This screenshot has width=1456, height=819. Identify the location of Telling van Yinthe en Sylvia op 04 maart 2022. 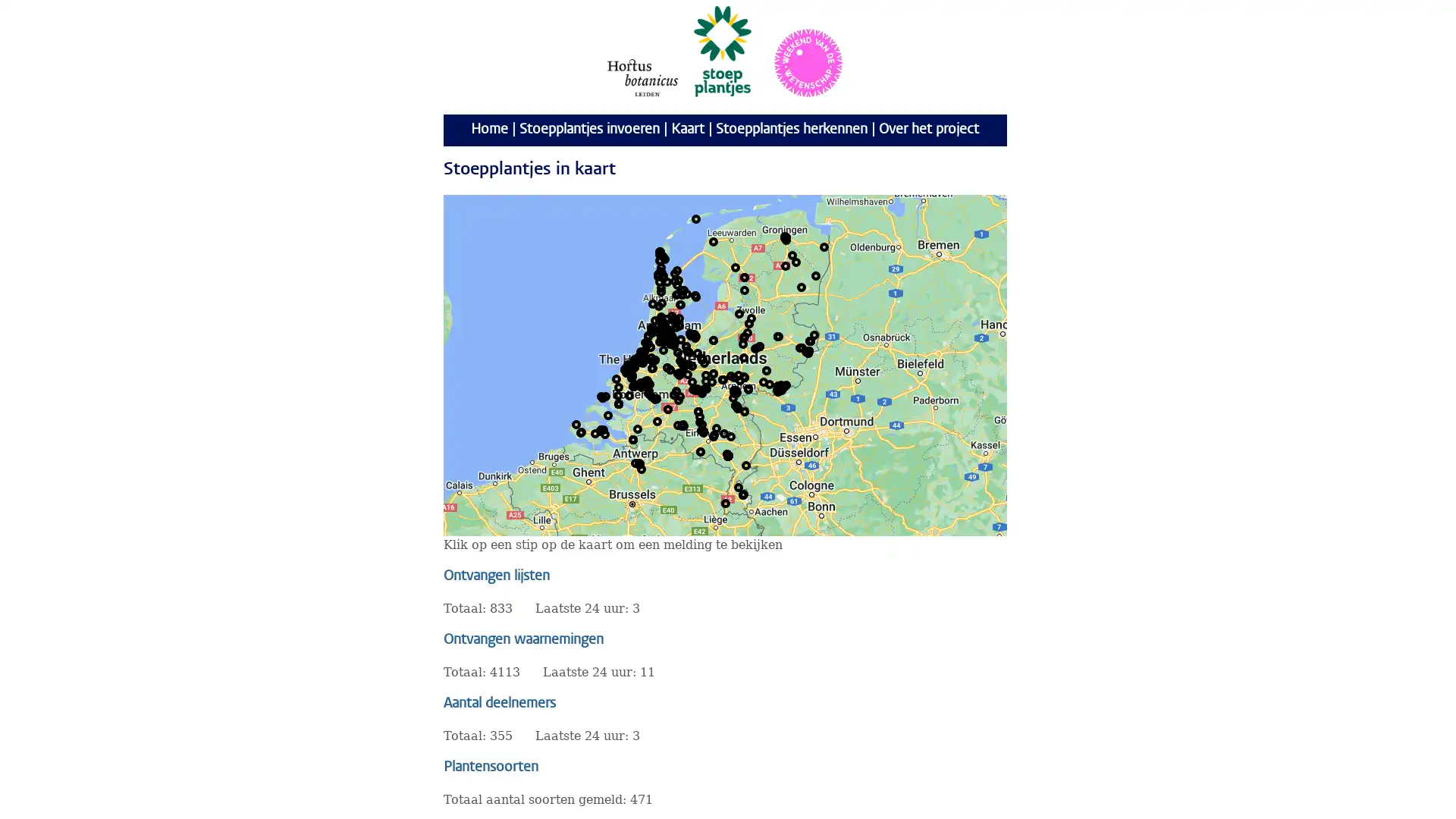
(667, 408).